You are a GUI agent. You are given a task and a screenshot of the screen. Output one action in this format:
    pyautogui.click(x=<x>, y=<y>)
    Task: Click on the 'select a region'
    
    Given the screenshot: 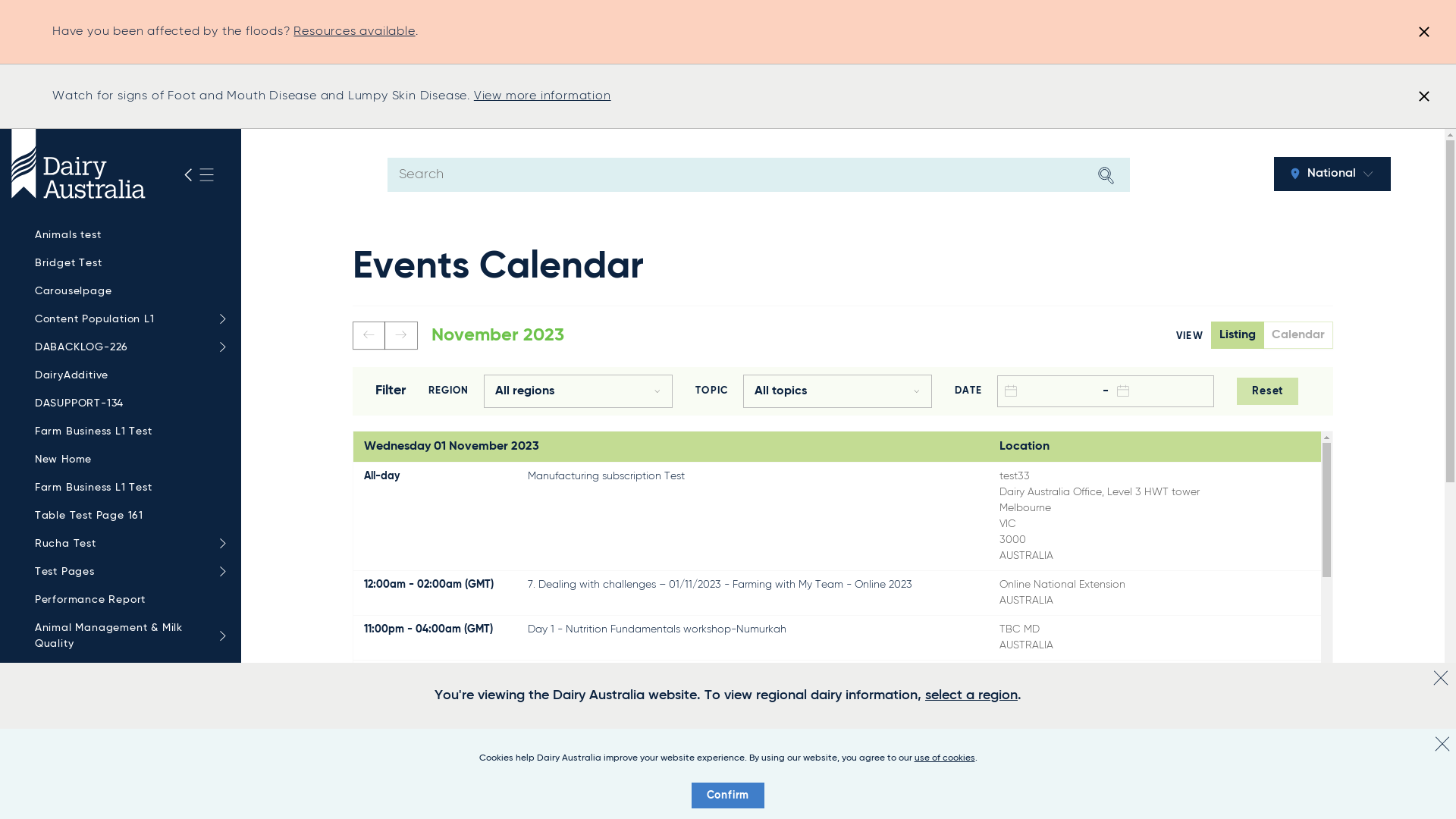 What is the action you would take?
    pyautogui.click(x=971, y=695)
    